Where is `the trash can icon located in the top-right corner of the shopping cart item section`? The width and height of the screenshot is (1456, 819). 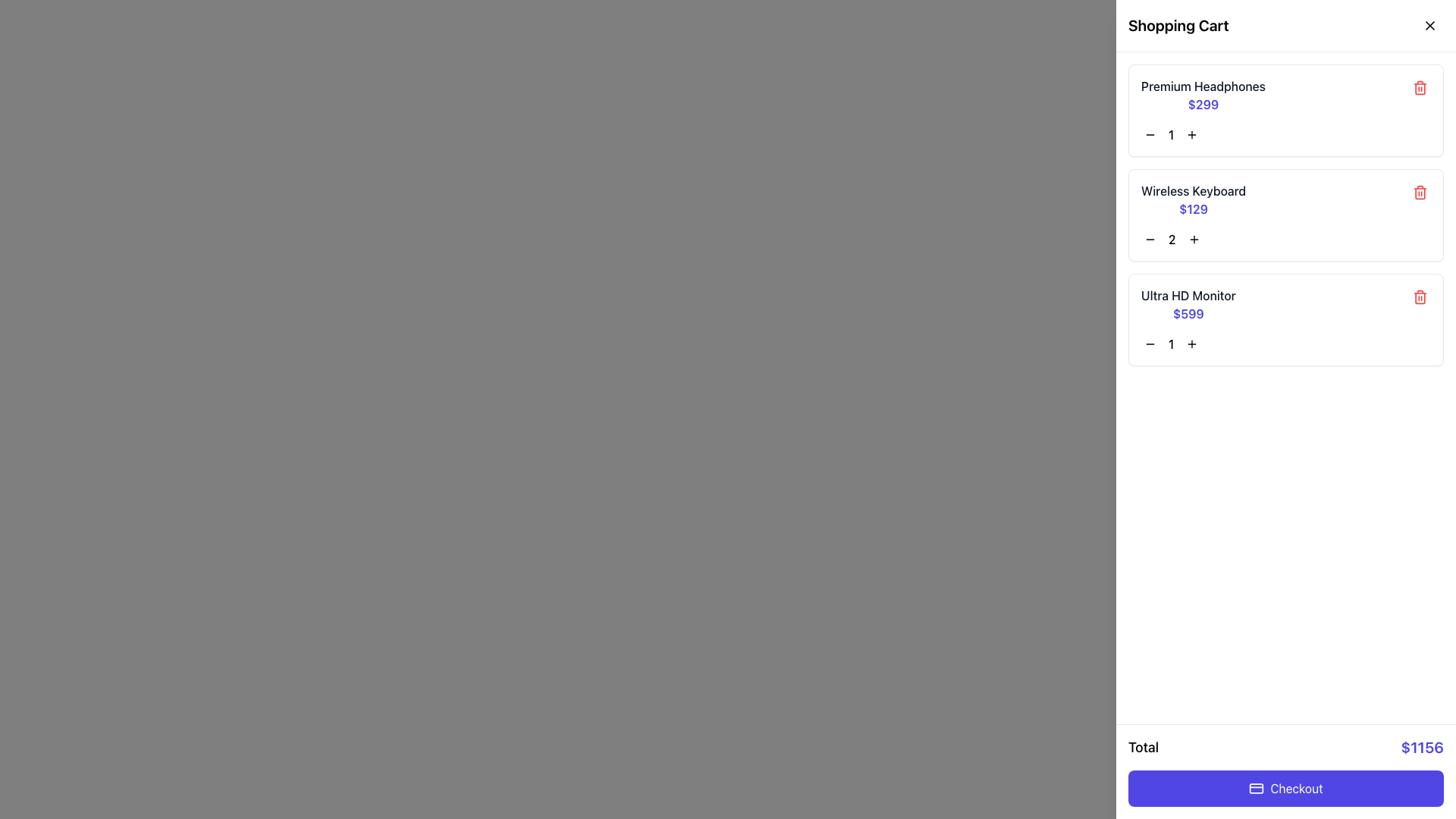
the trash can icon located in the top-right corner of the shopping cart item section is located at coordinates (1419, 88).